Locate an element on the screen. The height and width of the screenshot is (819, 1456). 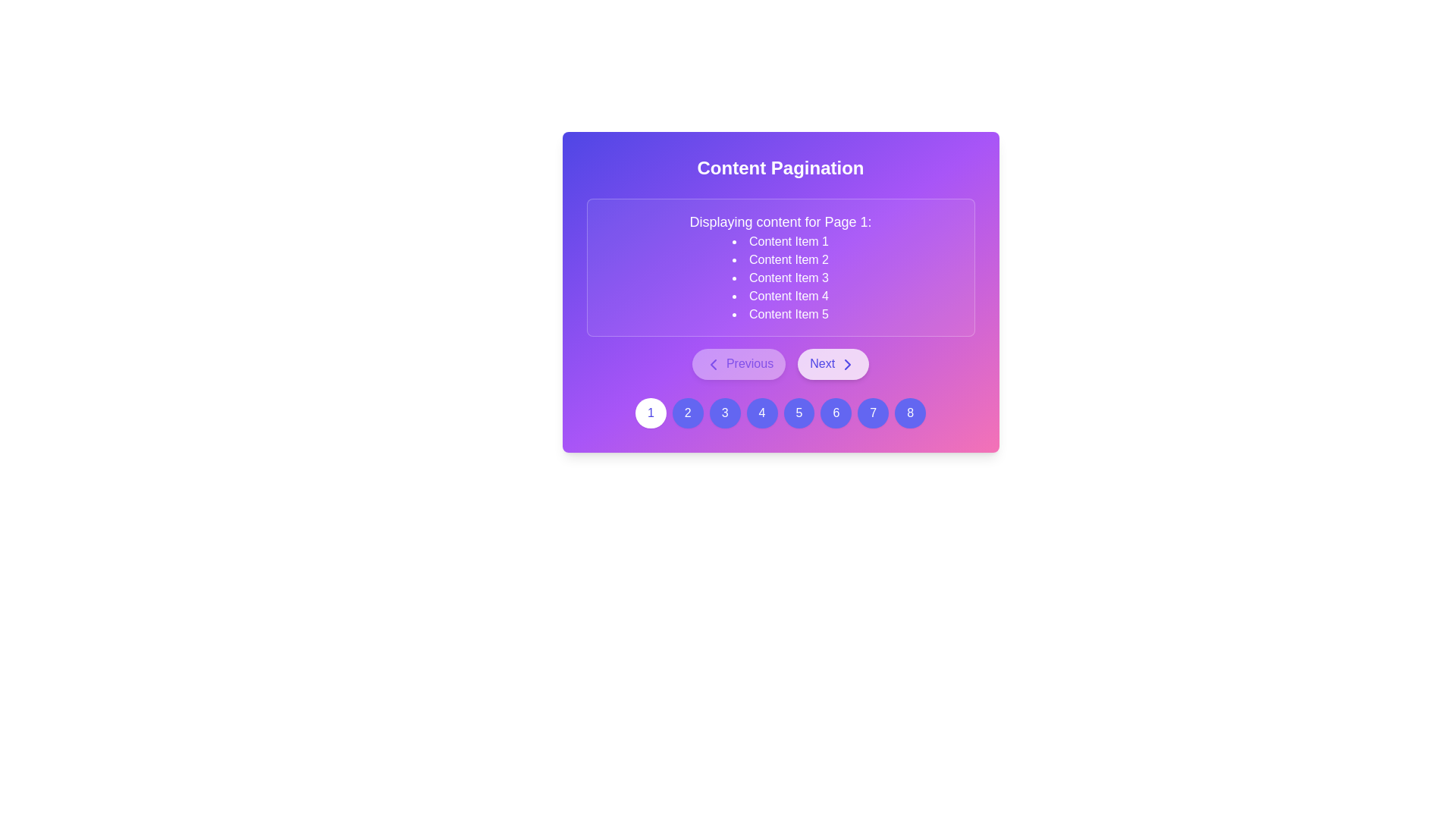
the previous button containing the left-pointing chevron icon, which is a minimalistic design with two intersecting lines forming an arrow shape is located at coordinates (713, 364).